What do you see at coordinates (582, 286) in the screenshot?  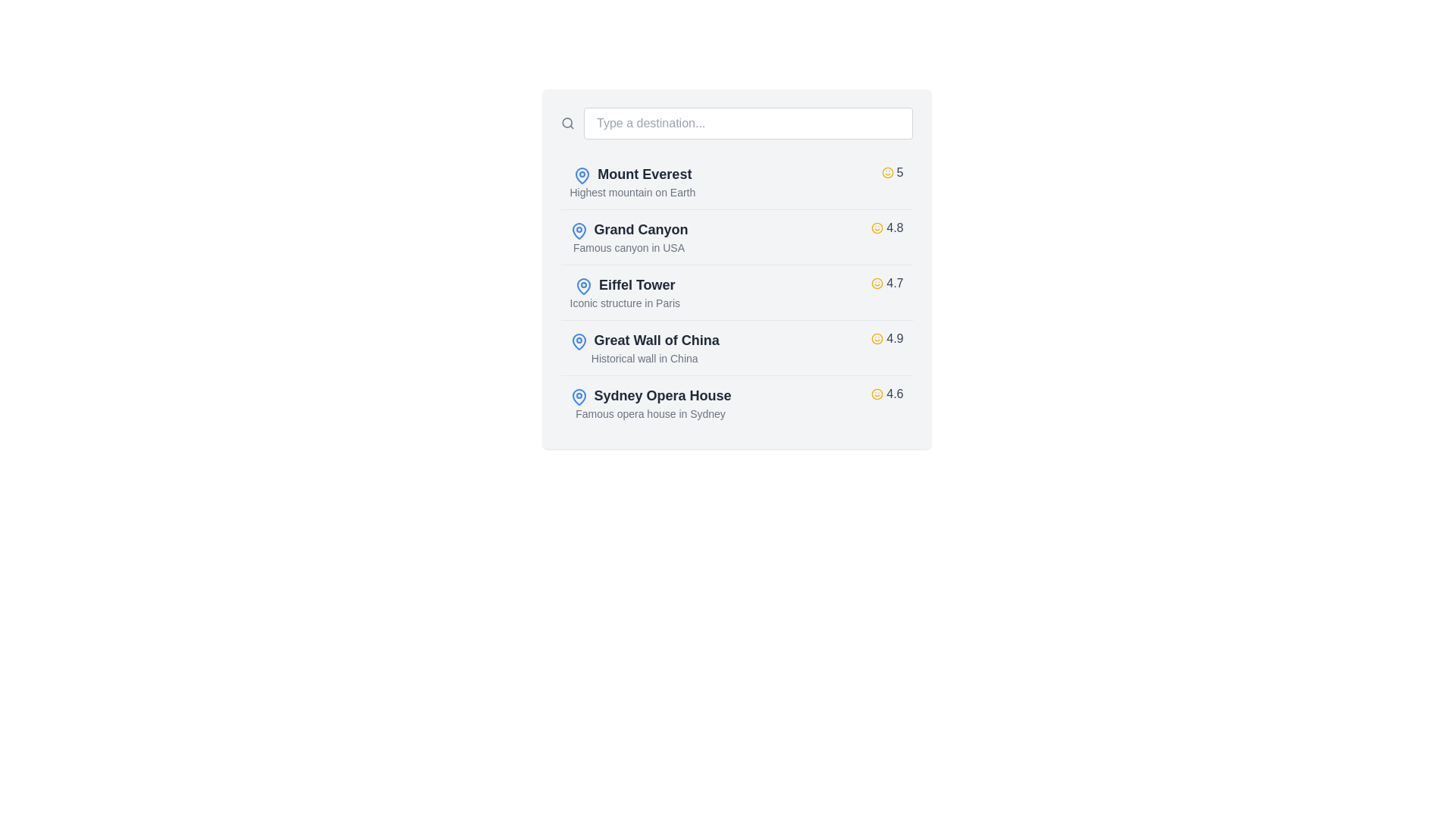 I see `the map marker icon located to the left of the text 'Eiffel Tower', which visually represents the location associated with this list item` at bounding box center [582, 286].